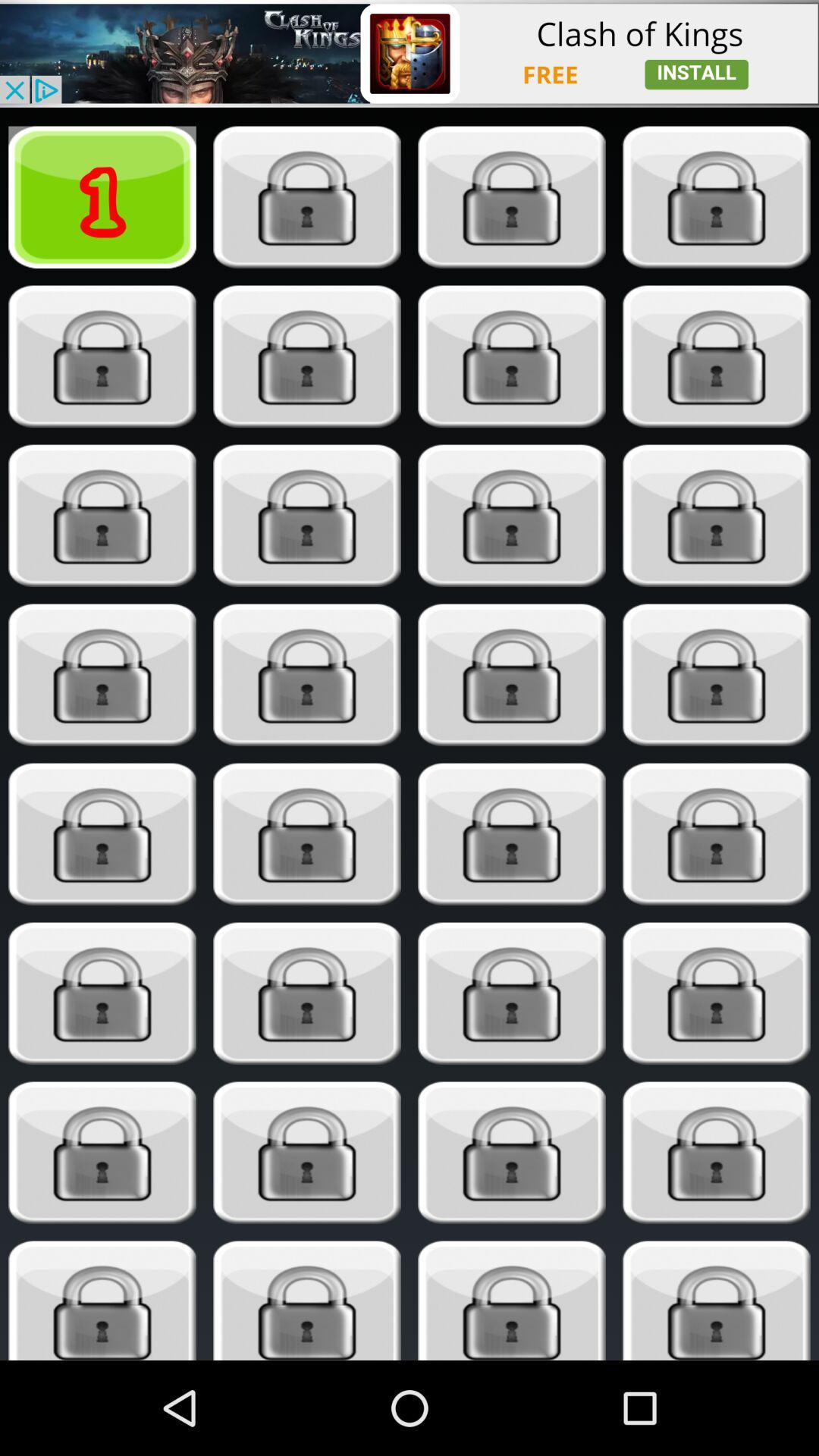  Describe the element at coordinates (102, 356) in the screenshot. I see `level locked` at that location.